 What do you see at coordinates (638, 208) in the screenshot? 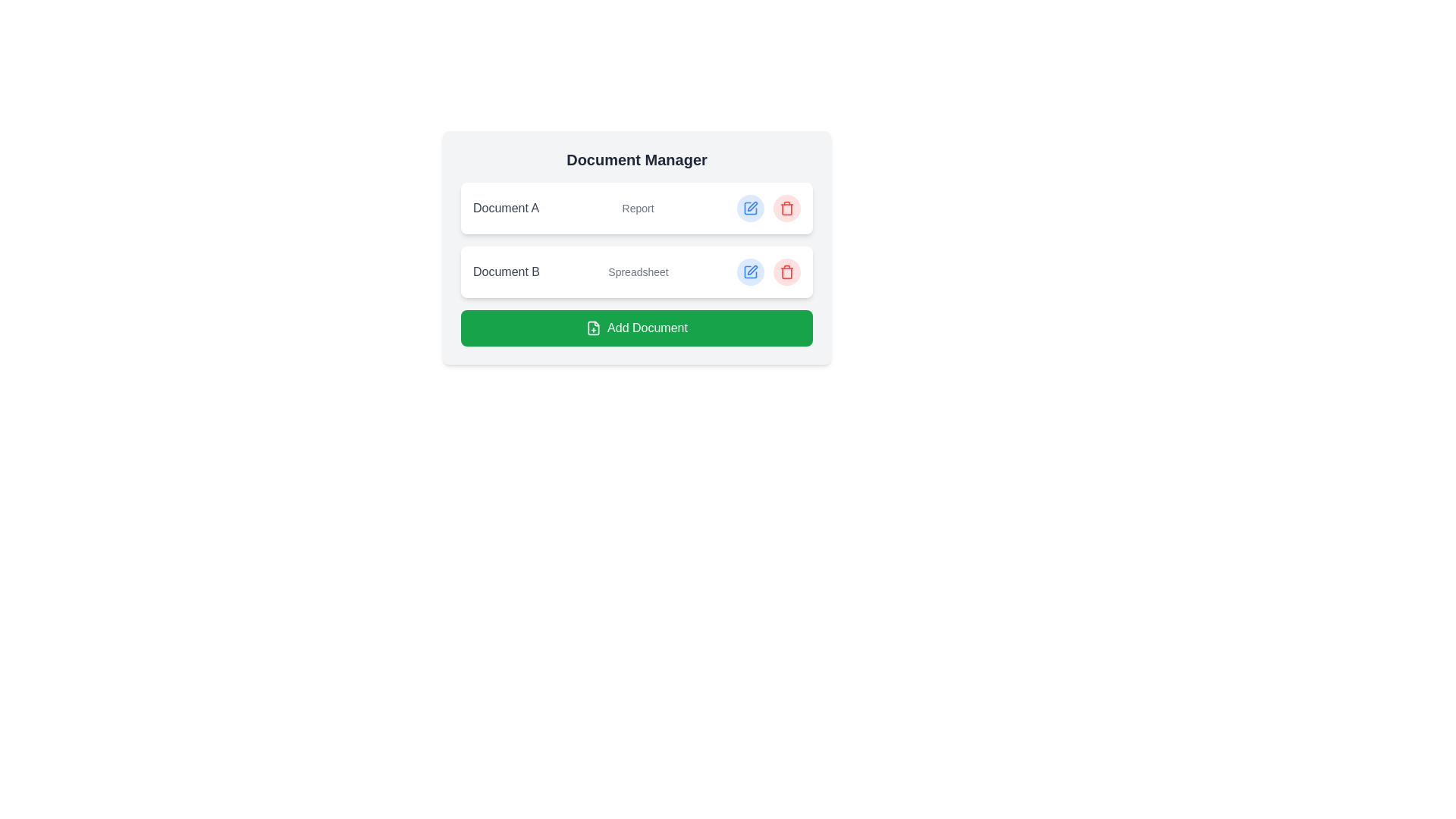
I see `the text label 'Report' which indicates the category of 'Document A' in the Document Manager section` at bounding box center [638, 208].